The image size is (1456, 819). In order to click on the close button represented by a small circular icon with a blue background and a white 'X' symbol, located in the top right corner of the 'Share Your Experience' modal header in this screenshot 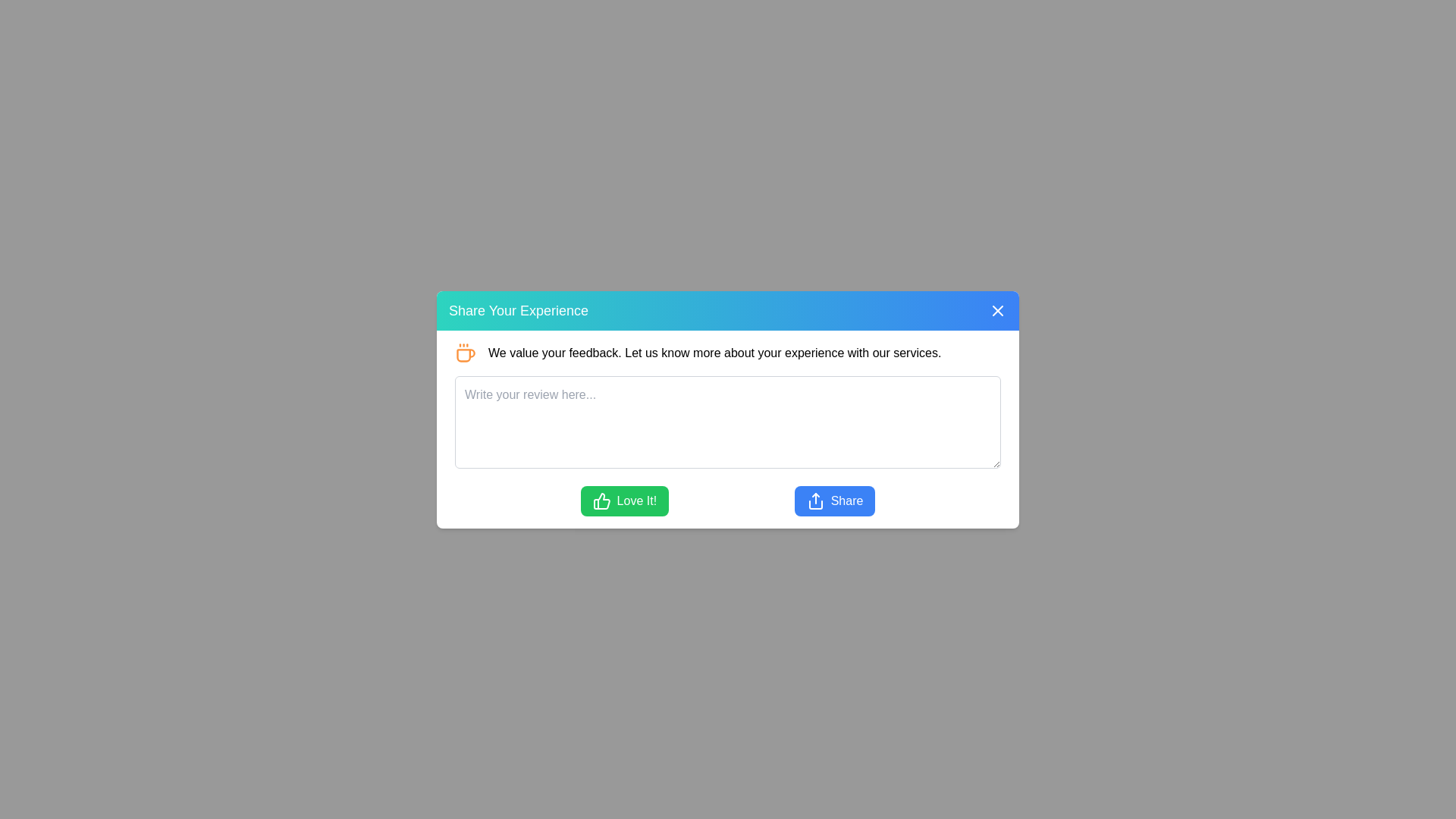, I will do `click(997, 309)`.